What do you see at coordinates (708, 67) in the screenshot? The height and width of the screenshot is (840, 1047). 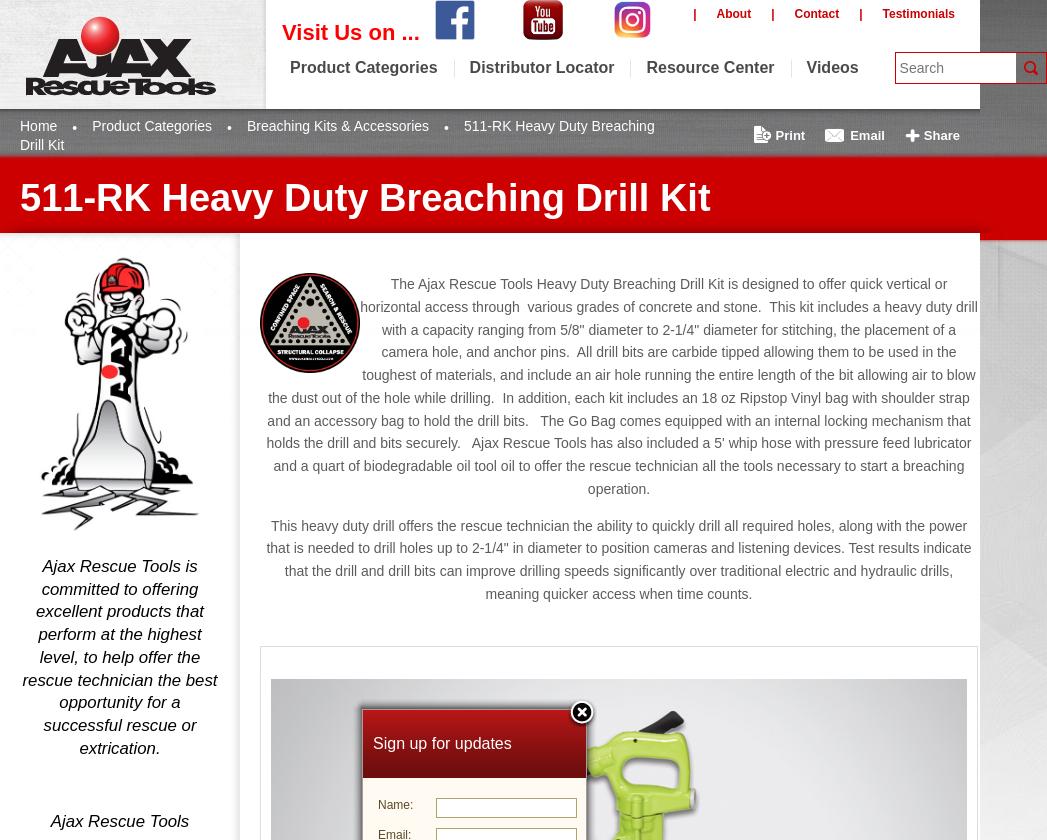 I see `'Resource Center'` at bounding box center [708, 67].